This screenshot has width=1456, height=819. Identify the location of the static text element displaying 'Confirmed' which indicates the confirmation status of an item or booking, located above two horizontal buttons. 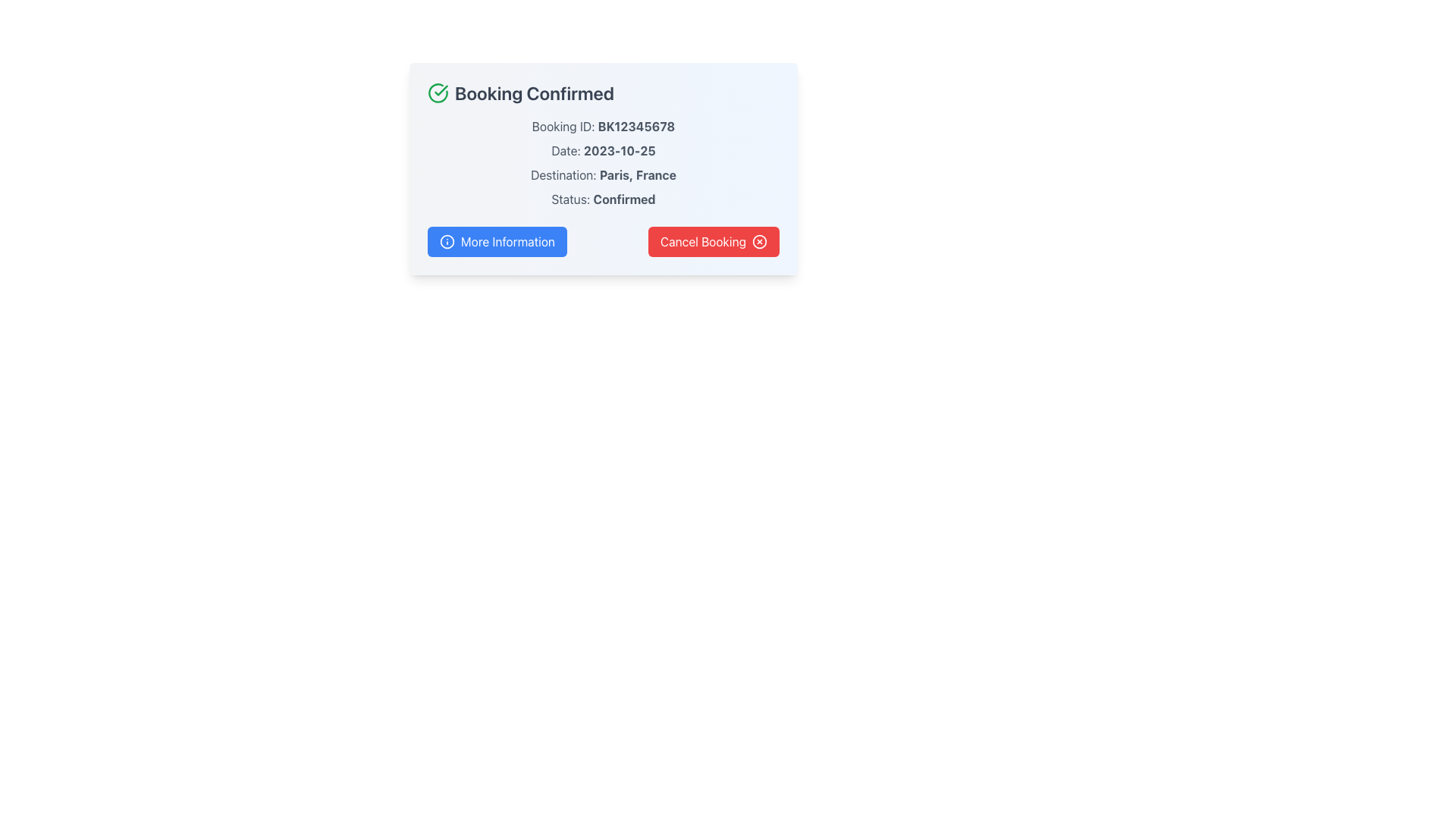
(624, 198).